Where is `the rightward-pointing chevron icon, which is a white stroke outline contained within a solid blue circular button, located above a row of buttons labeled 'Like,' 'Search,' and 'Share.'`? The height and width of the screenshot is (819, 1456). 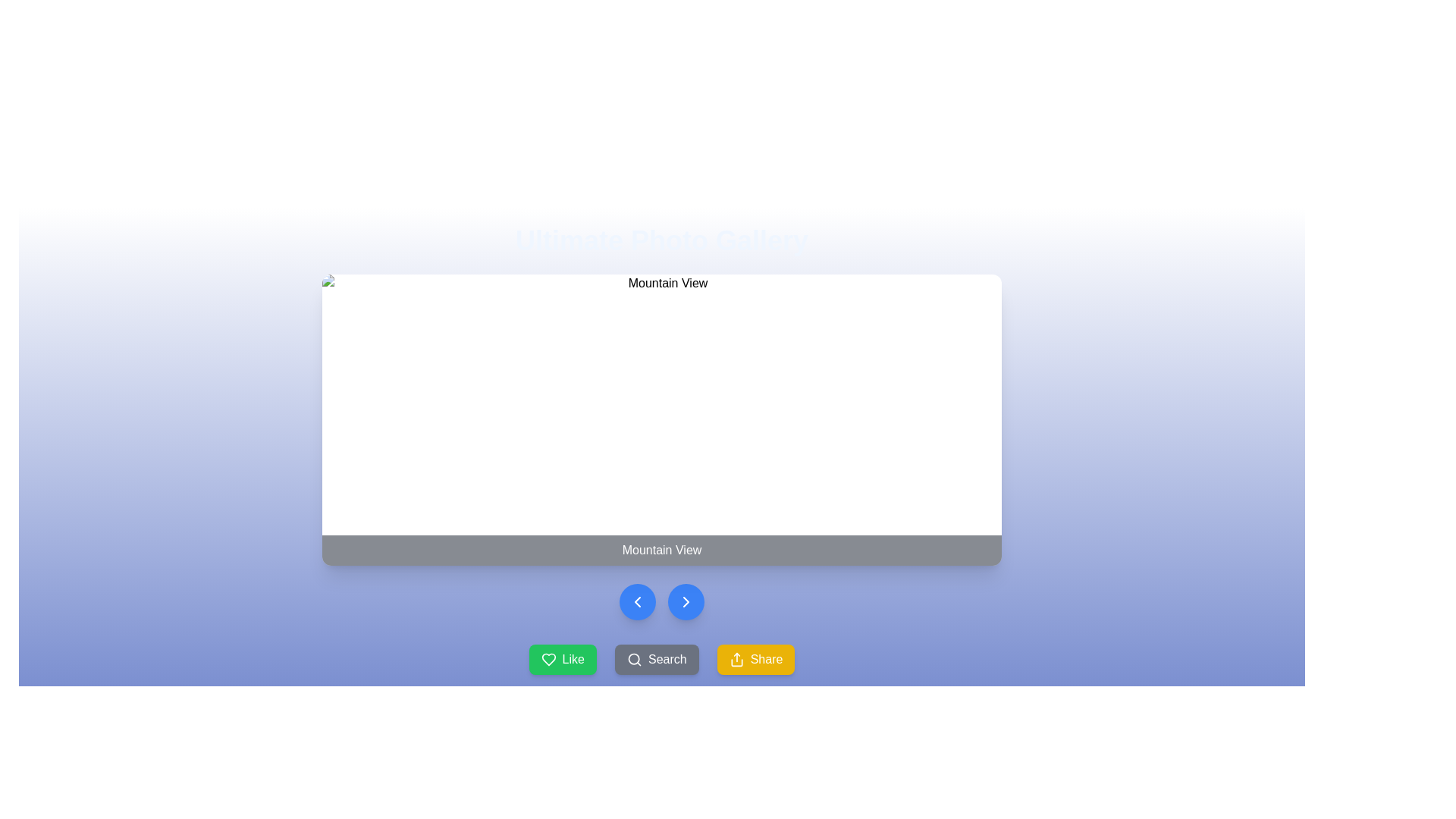
the rightward-pointing chevron icon, which is a white stroke outline contained within a solid blue circular button, located above a row of buttons labeled 'Like,' 'Search,' and 'Share.' is located at coordinates (686, 601).